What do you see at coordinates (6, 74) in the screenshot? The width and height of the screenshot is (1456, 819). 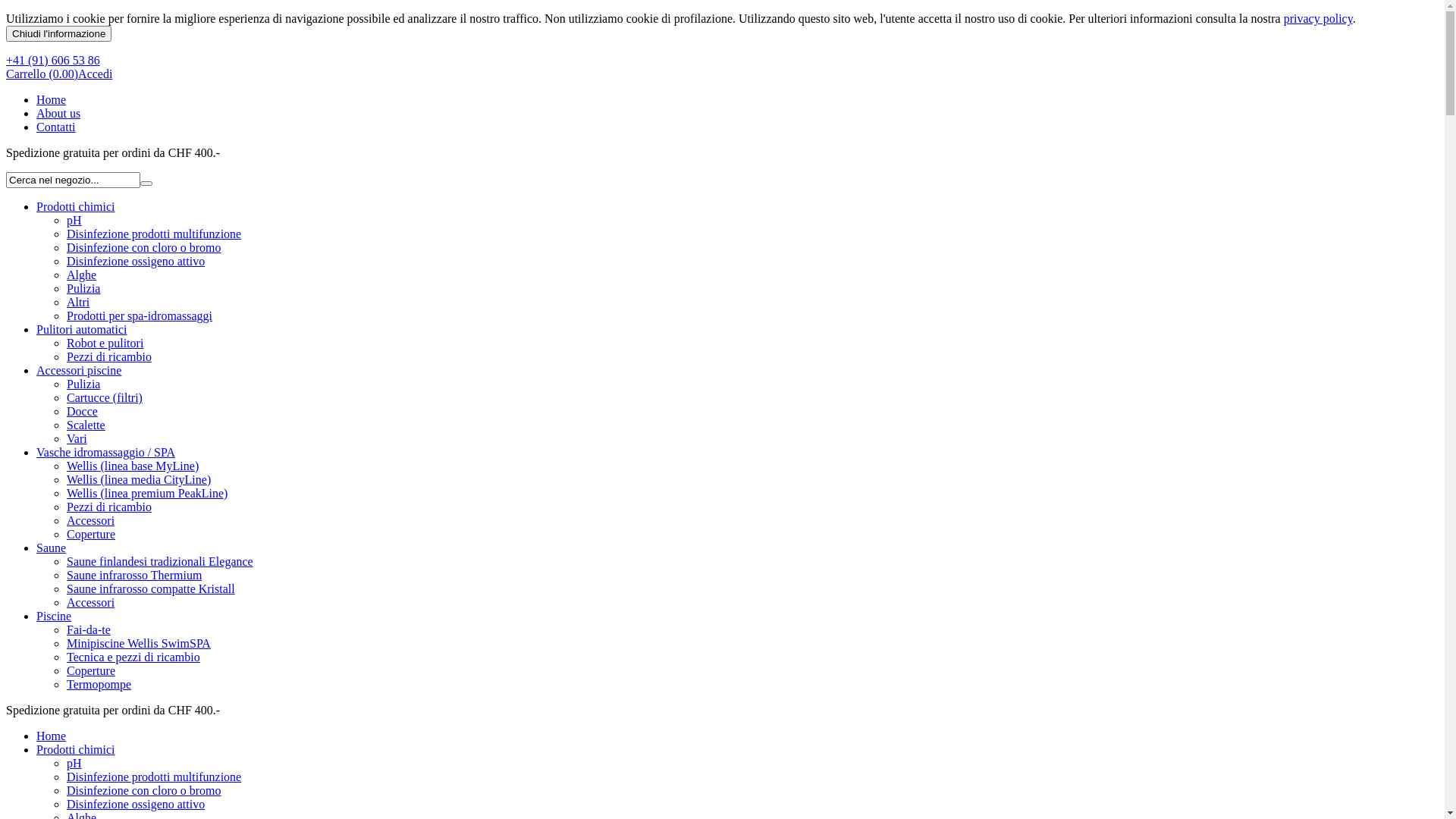 I see `'Carrello (0.00)'` at bounding box center [6, 74].